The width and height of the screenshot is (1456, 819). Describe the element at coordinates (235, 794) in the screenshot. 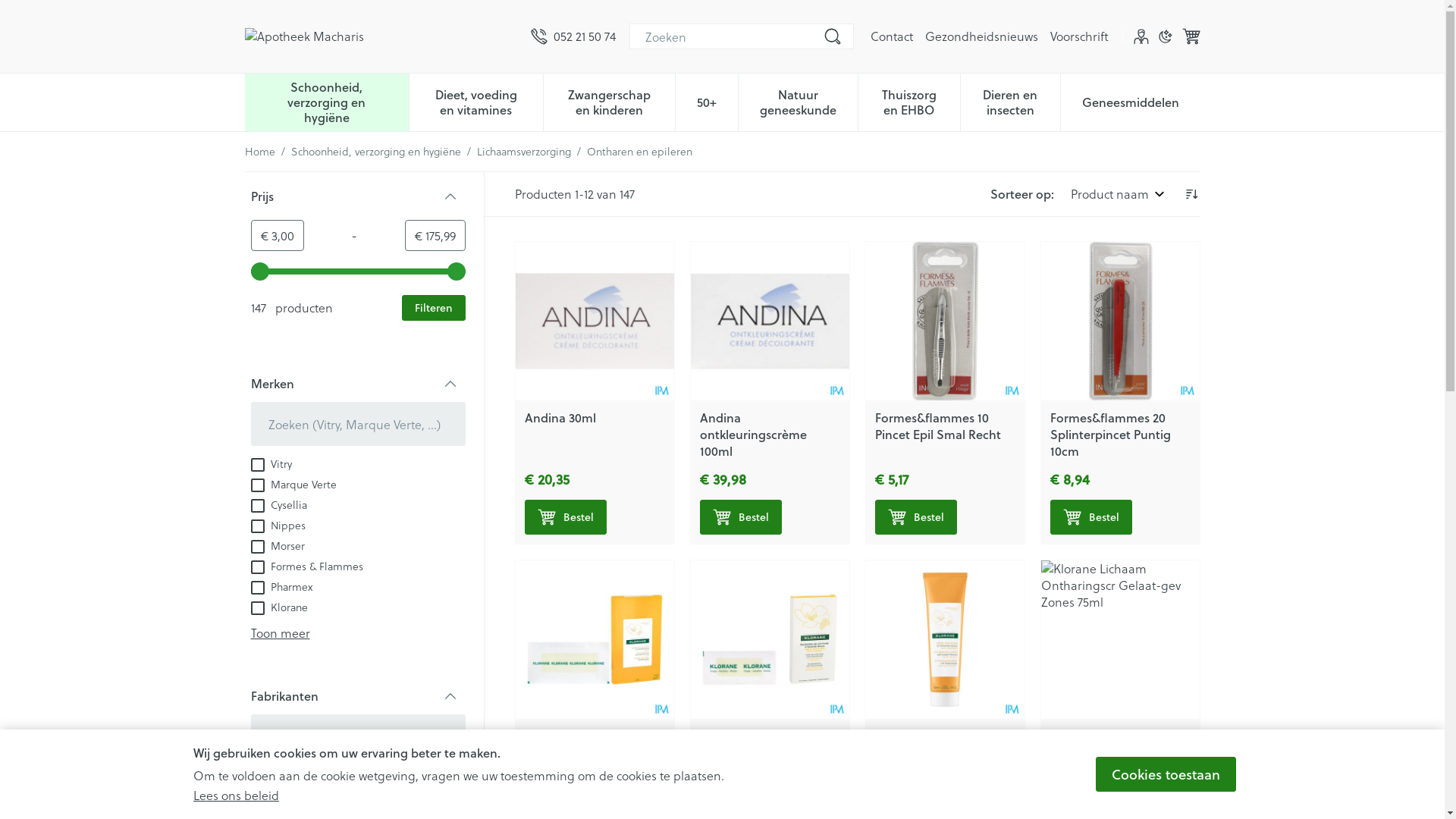

I see `'Lees ons beleid'` at that location.